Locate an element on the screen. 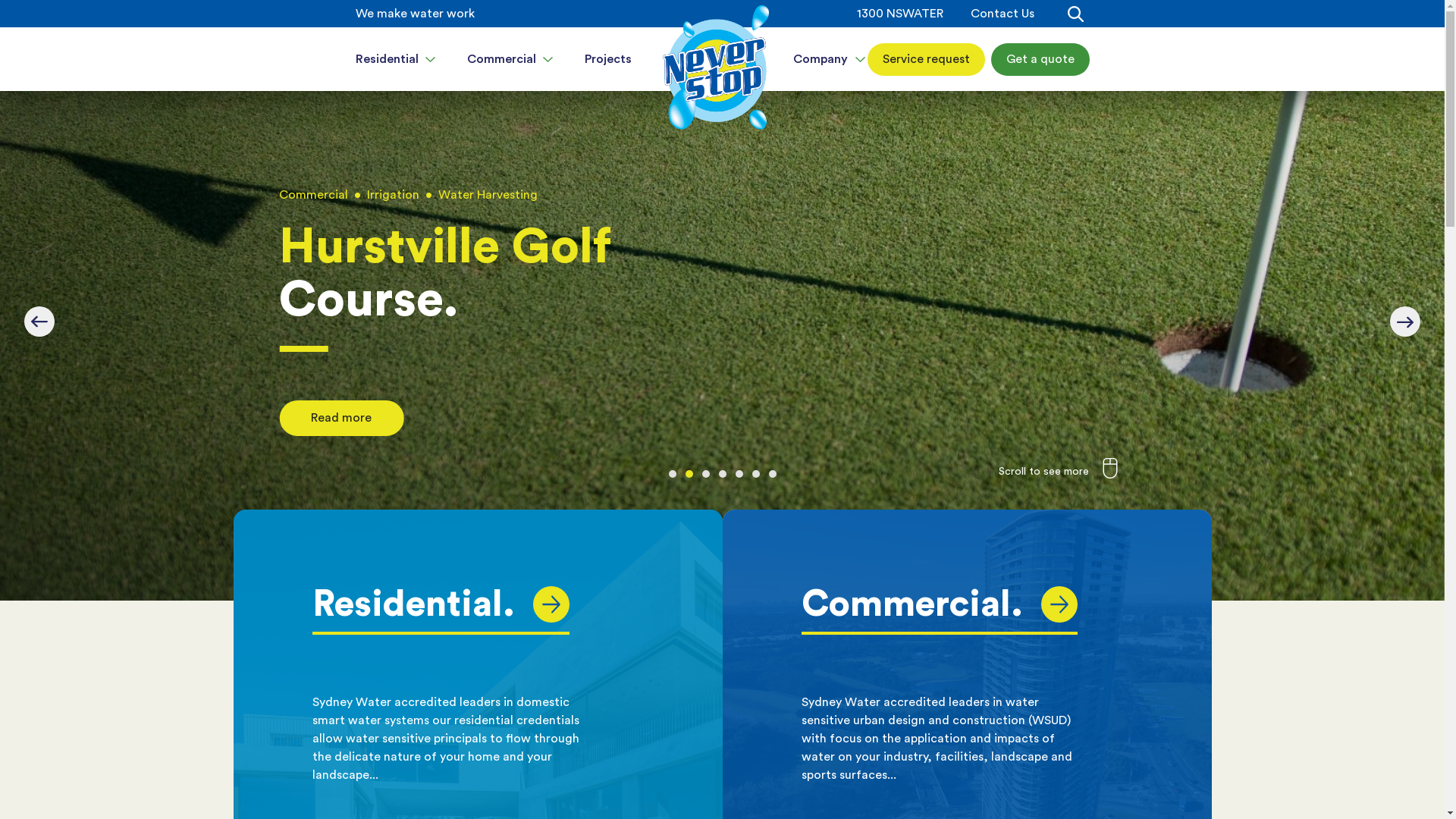 The width and height of the screenshot is (1456, 819). 'Commercial.' is located at coordinates (938, 604).